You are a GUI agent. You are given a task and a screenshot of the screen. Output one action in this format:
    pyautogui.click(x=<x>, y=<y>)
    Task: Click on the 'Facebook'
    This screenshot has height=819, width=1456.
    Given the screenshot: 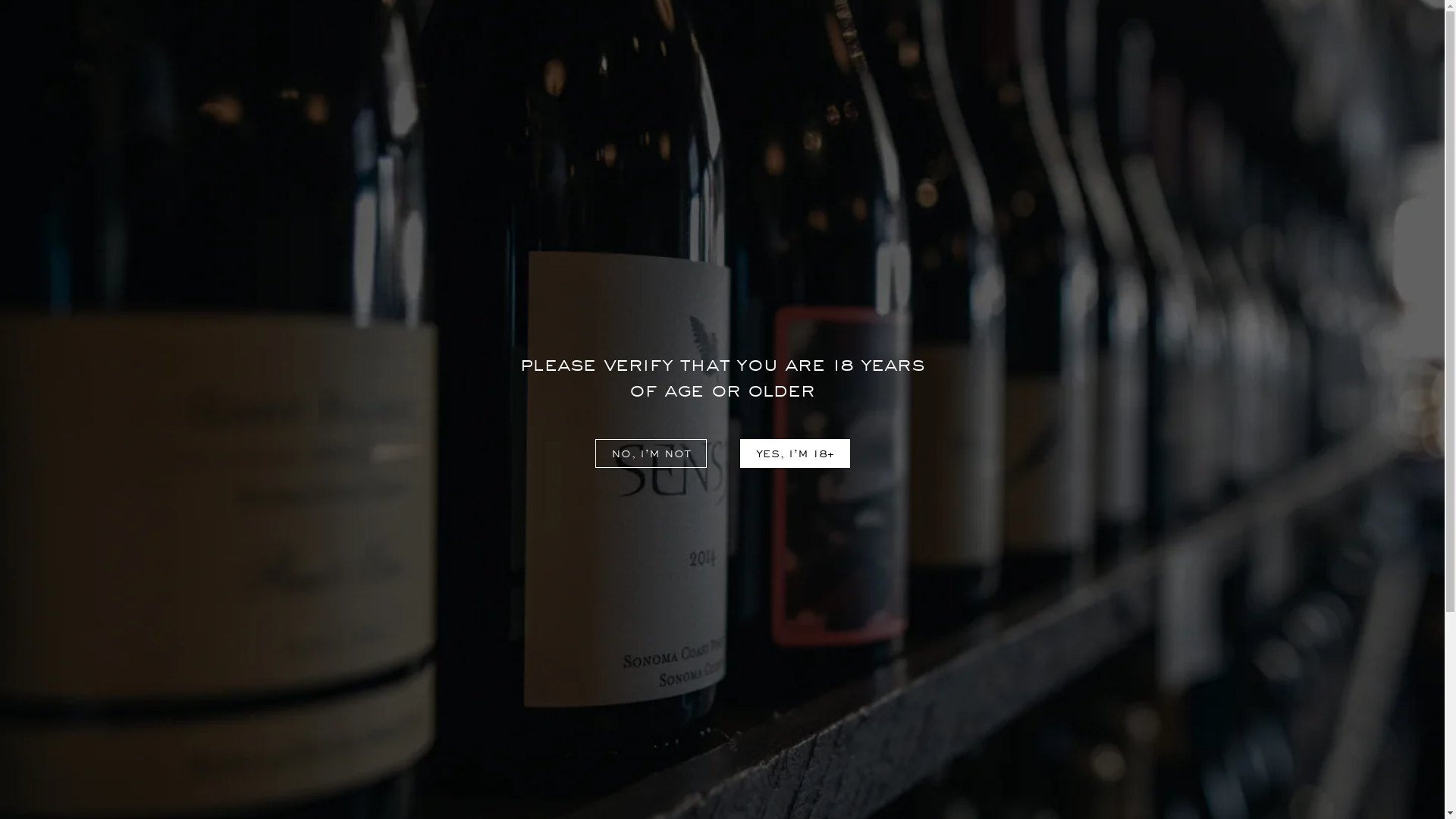 What is the action you would take?
    pyautogui.click(x=1012, y=688)
    